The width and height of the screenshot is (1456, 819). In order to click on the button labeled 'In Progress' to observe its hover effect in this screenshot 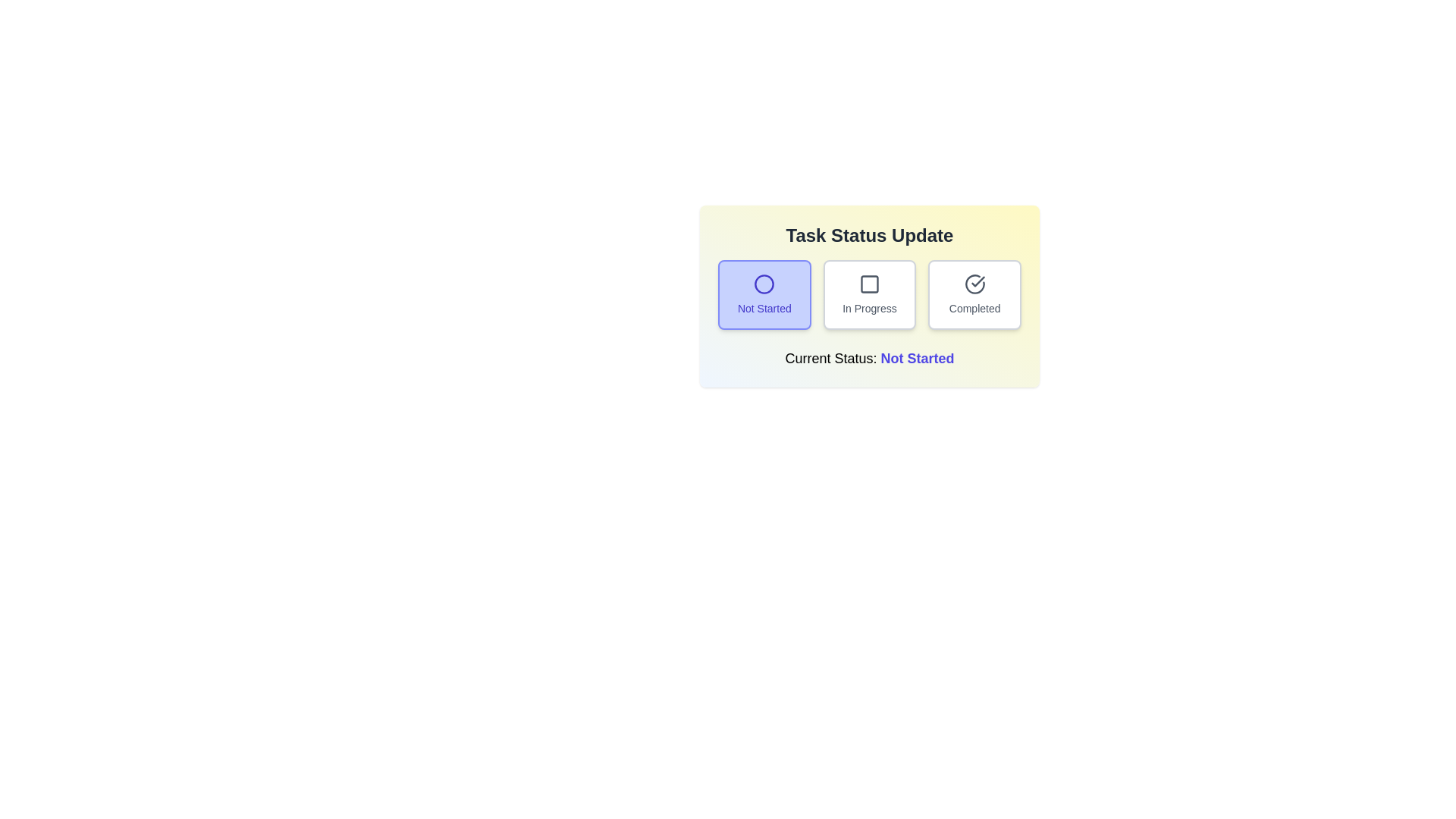, I will do `click(870, 295)`.